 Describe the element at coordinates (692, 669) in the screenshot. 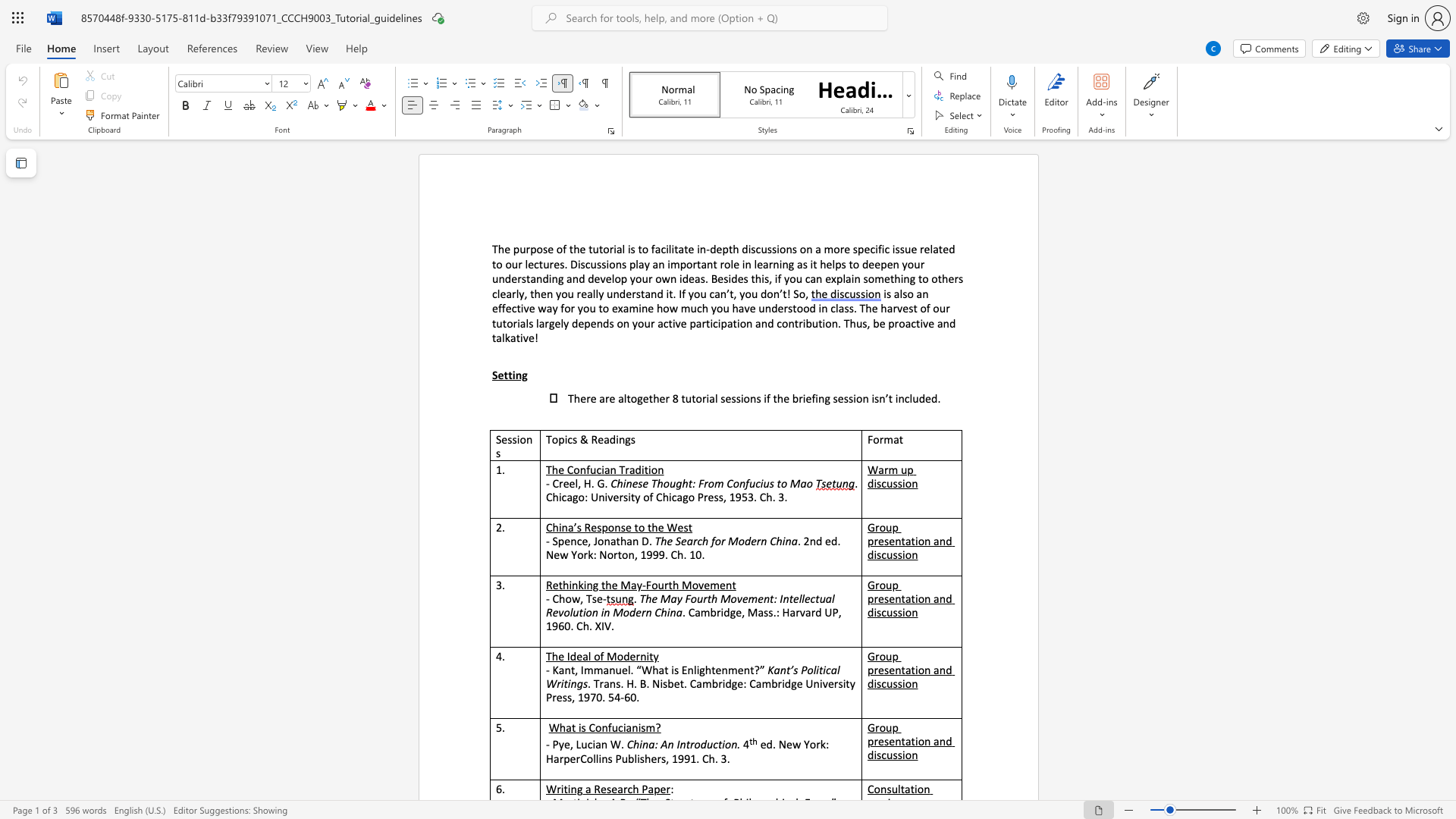

I see `the subset text "lighten" within the text "- Kant, Immanuel. “What is Enlightenment?”"` at that location.